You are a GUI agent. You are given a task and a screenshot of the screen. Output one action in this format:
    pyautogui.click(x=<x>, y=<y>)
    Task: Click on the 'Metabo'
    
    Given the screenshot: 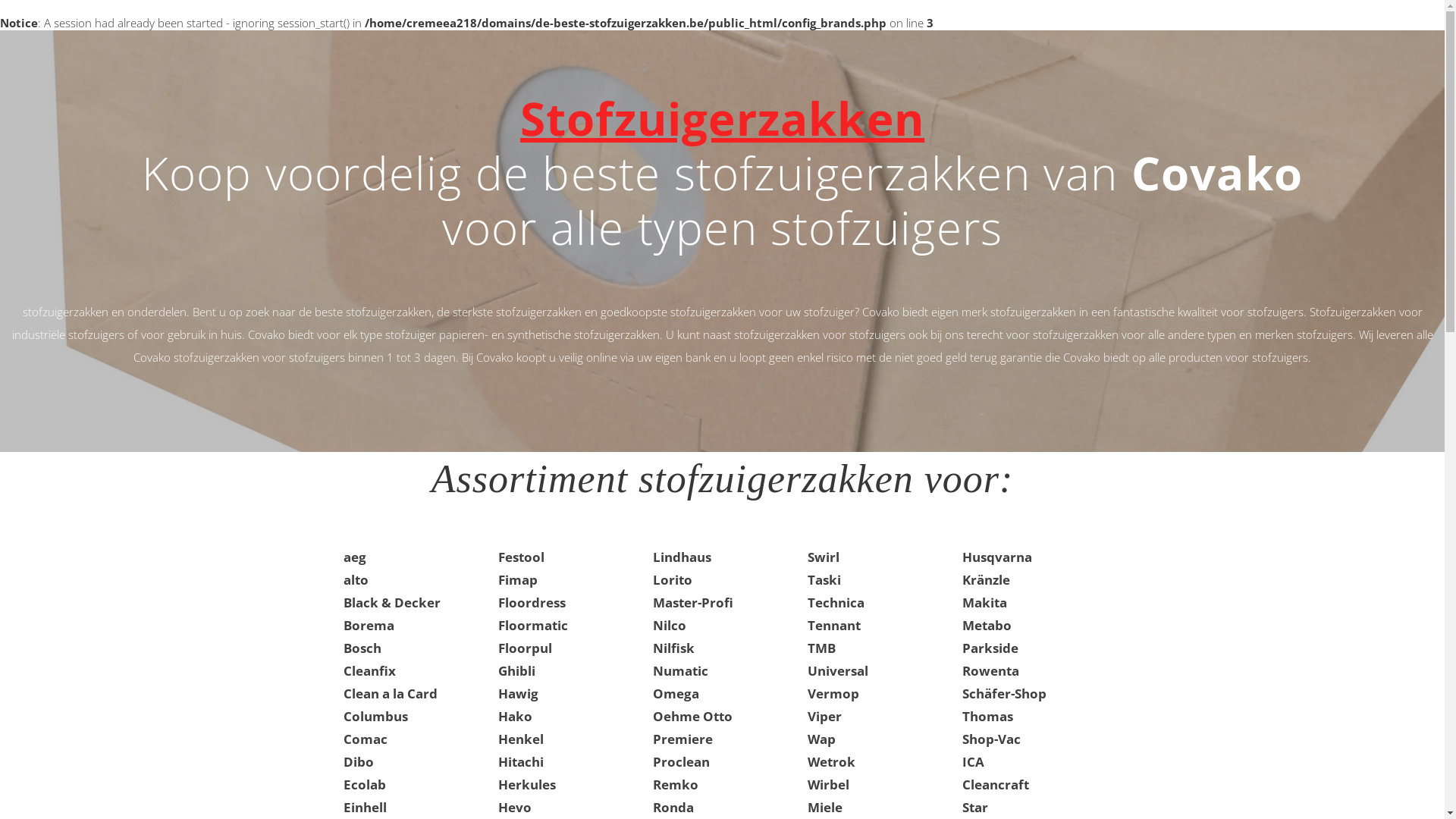 What is the action you would take?
    pyautogui.click(x=986, y=625)
    